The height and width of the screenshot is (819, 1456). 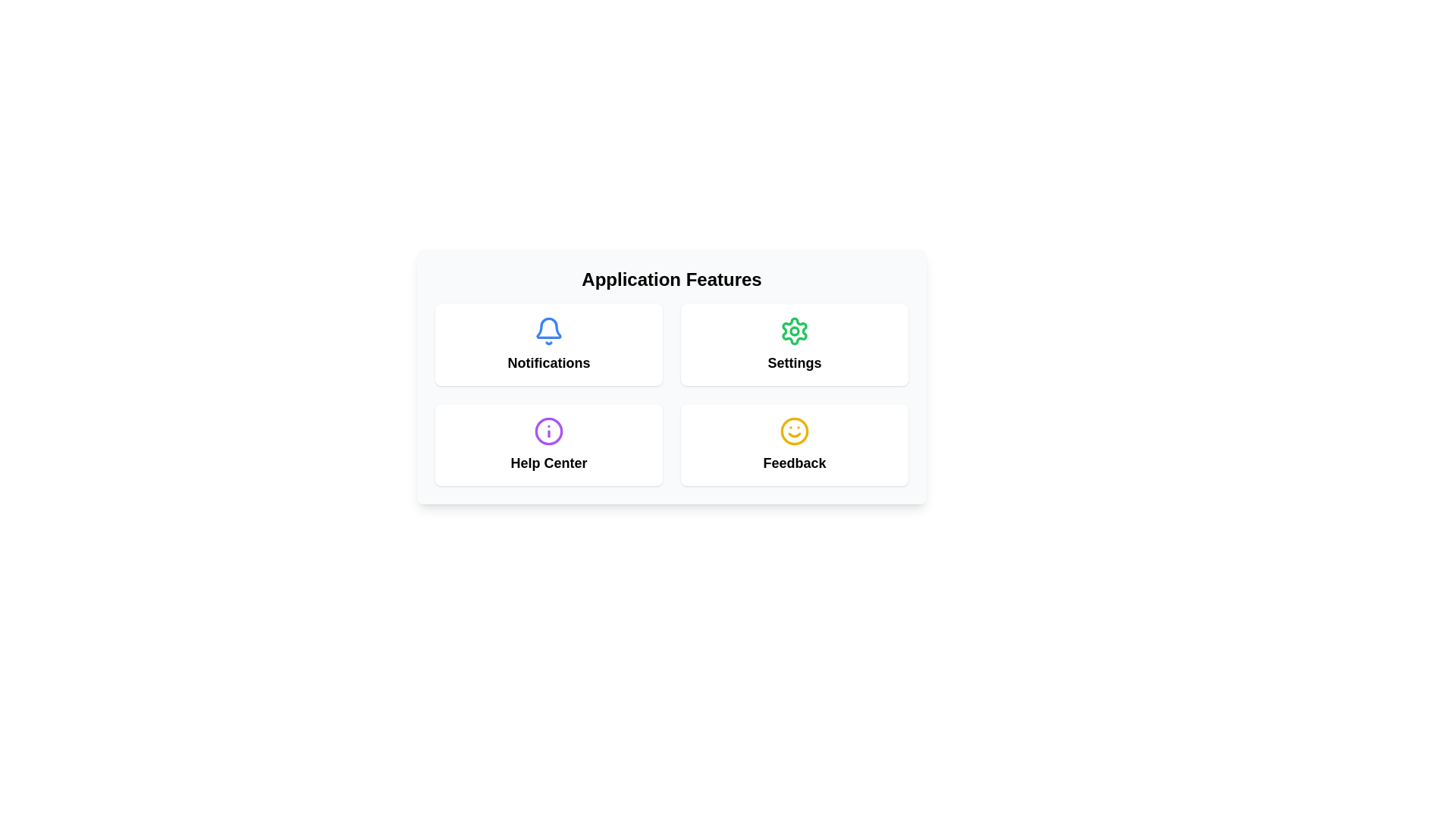 What do you see at coordinates (548, 444) in the screenshot?
I see `the Help Center Card component, which includes an icon and label` at bounding box center [548, 444].